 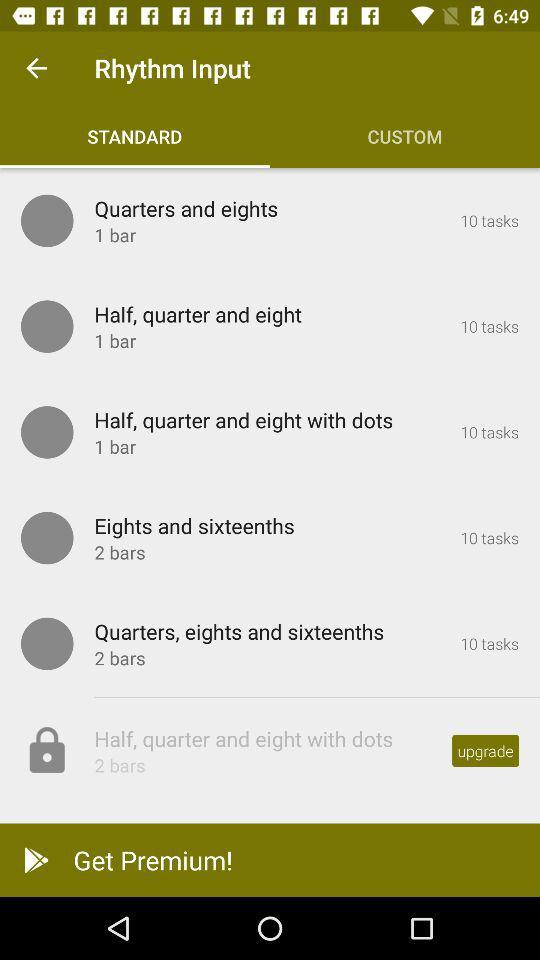 What do you see at coordinates (270, 859) in the screenshot?
I see `the item below the 2 bars item` at bounding box center [270, 859].